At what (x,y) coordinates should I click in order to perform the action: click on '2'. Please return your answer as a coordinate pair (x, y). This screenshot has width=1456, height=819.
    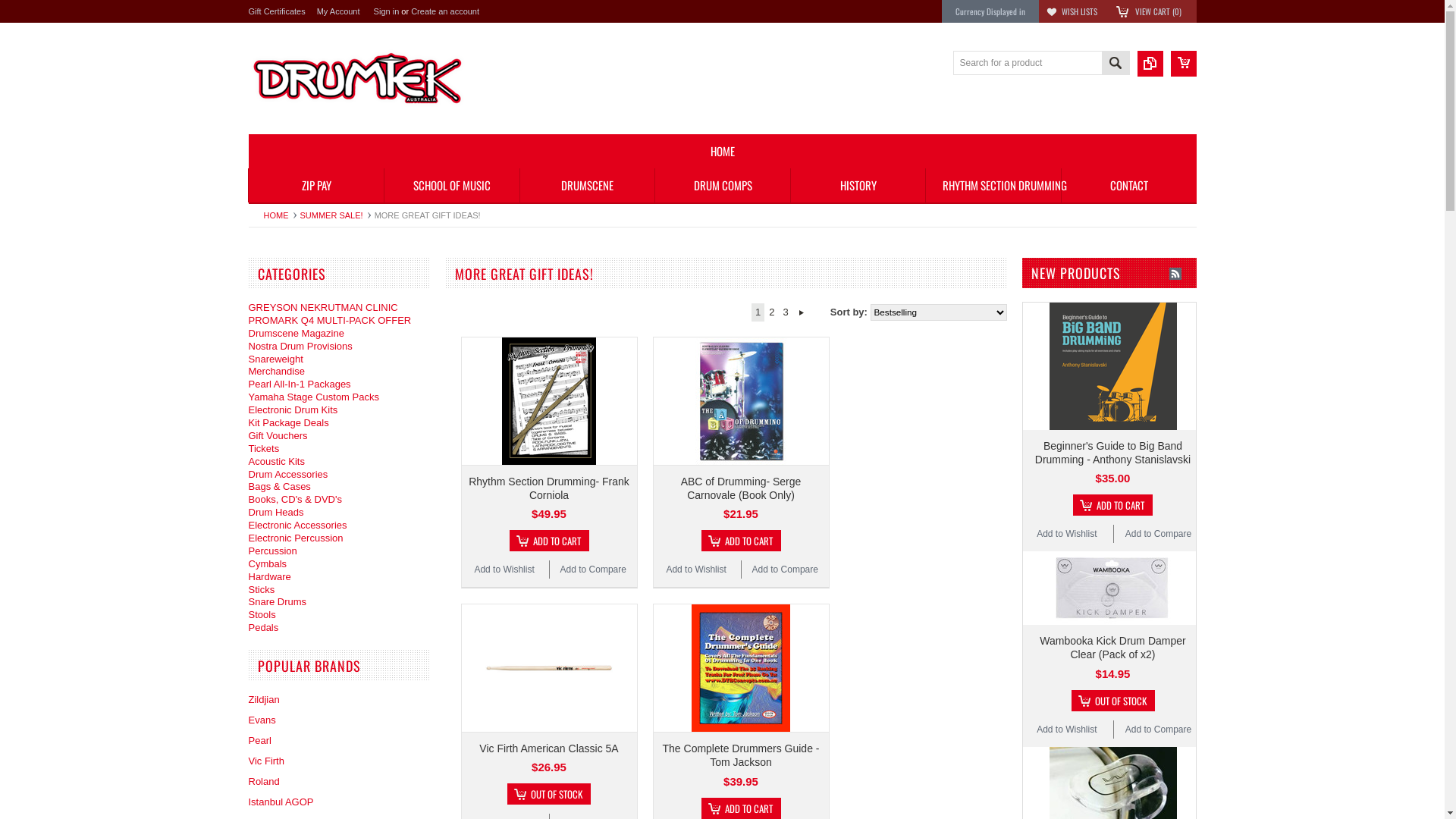
    Looking at the image, I should click on (771, 312).